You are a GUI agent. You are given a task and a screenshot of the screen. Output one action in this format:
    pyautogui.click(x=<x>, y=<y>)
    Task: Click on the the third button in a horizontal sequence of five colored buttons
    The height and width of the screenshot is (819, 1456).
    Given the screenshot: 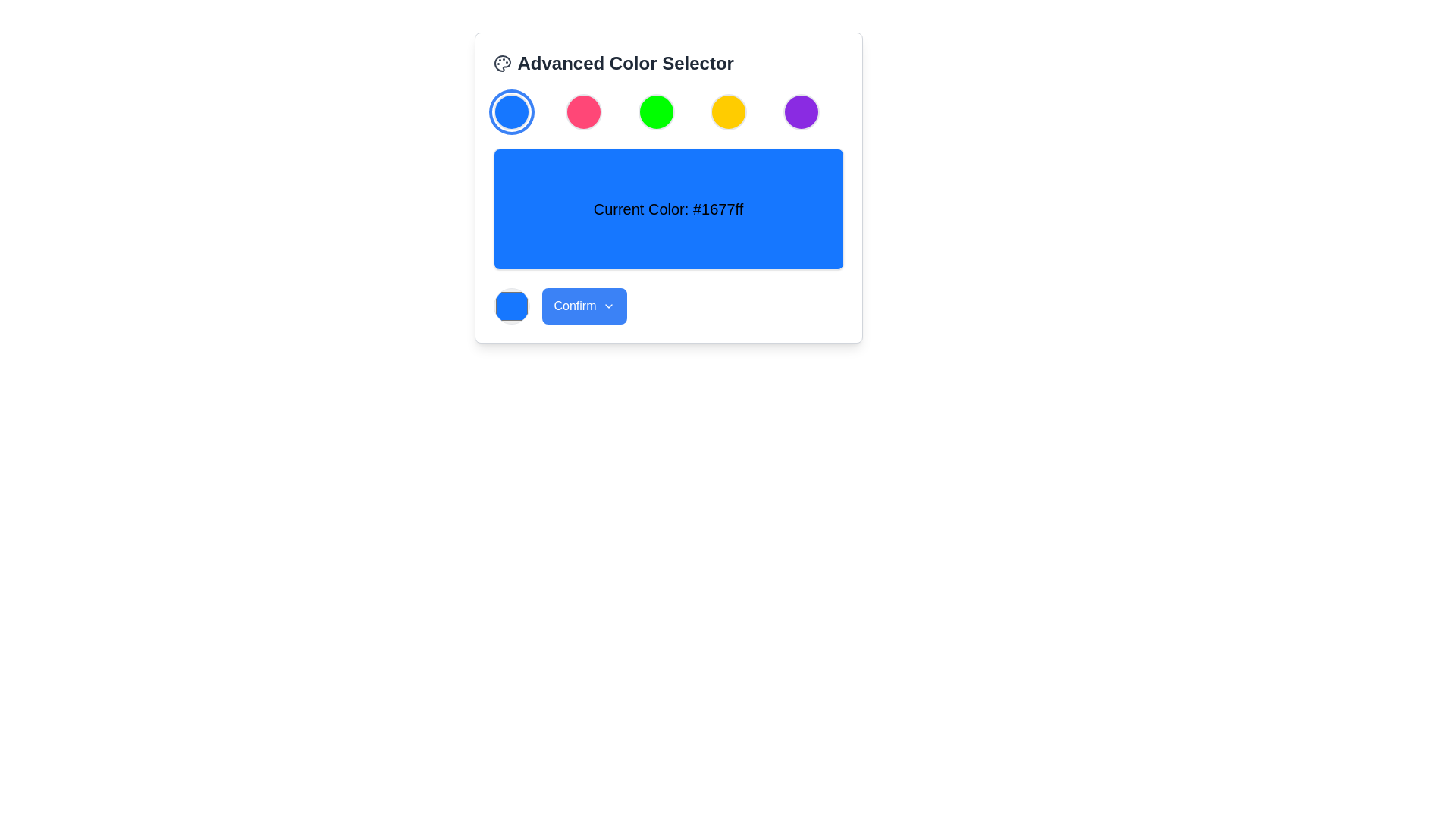 What is the action you would take?
    pyautogui.click(x=656, y=111)
    